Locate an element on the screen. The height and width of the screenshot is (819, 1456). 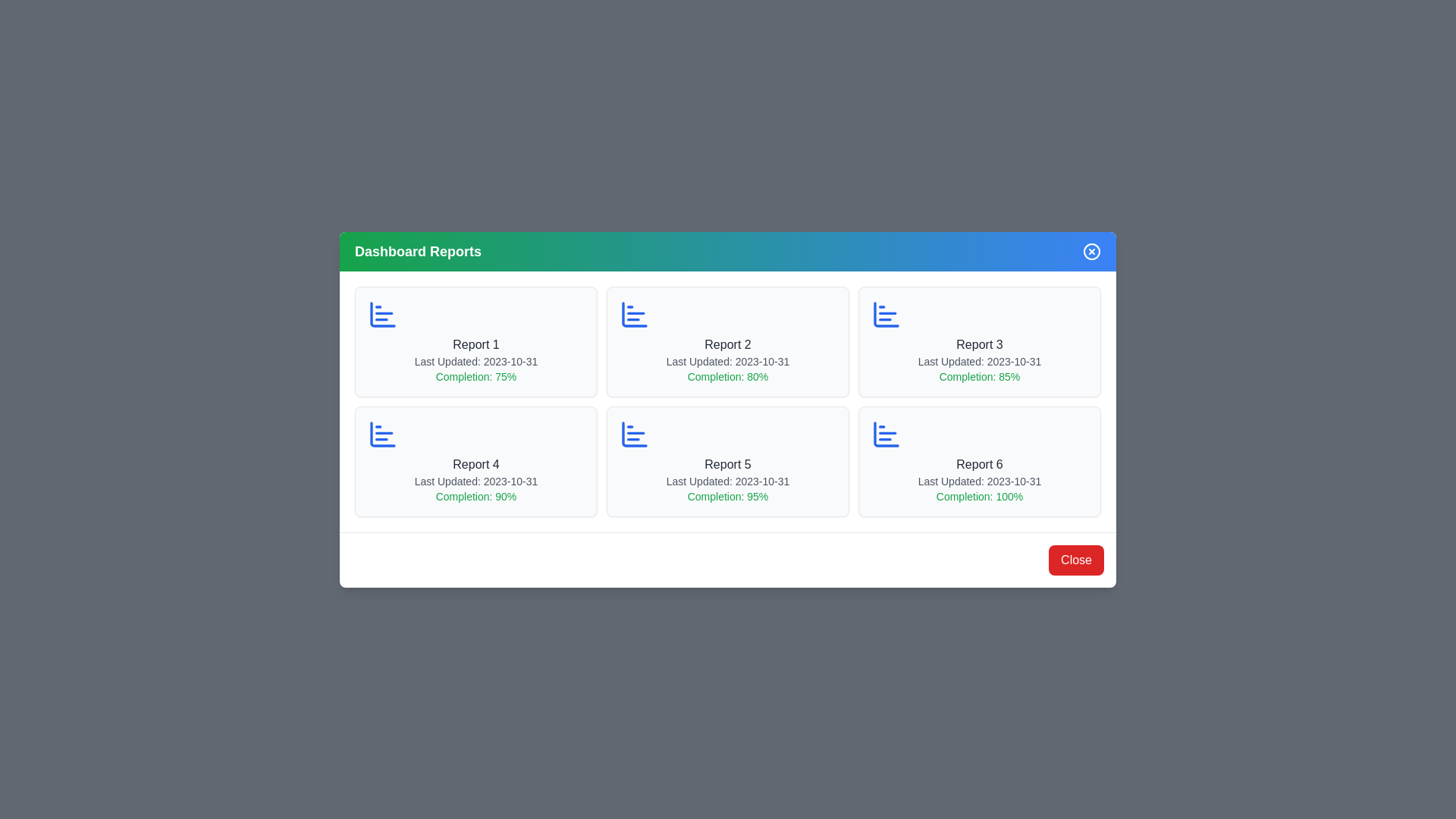
the close button in the header to close the dialog is located at coordinates (1092, 250).